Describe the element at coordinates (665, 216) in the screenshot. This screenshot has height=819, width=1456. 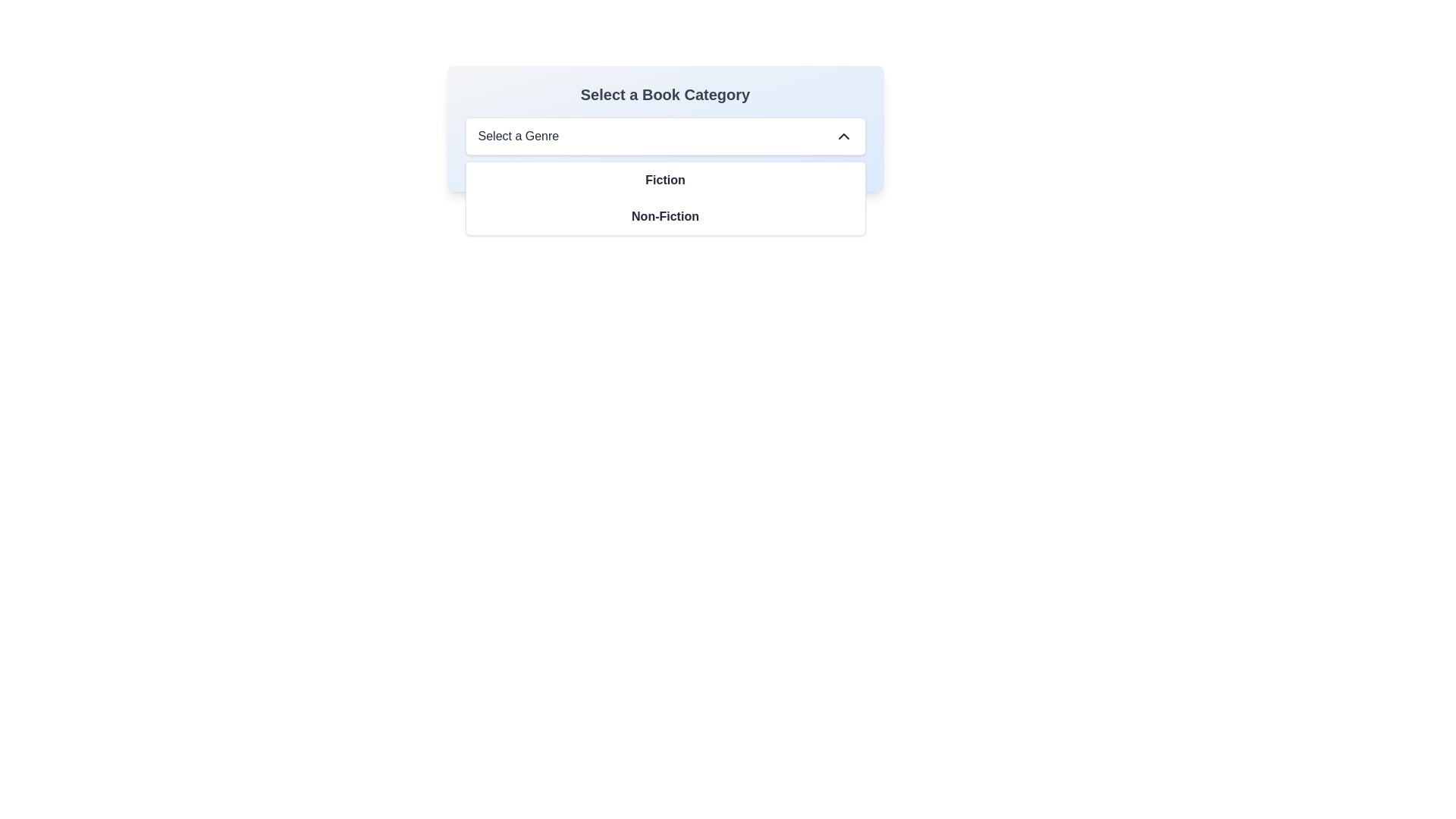
I see `the 'Non-Fiction' option in the dropdown menu` at that location.